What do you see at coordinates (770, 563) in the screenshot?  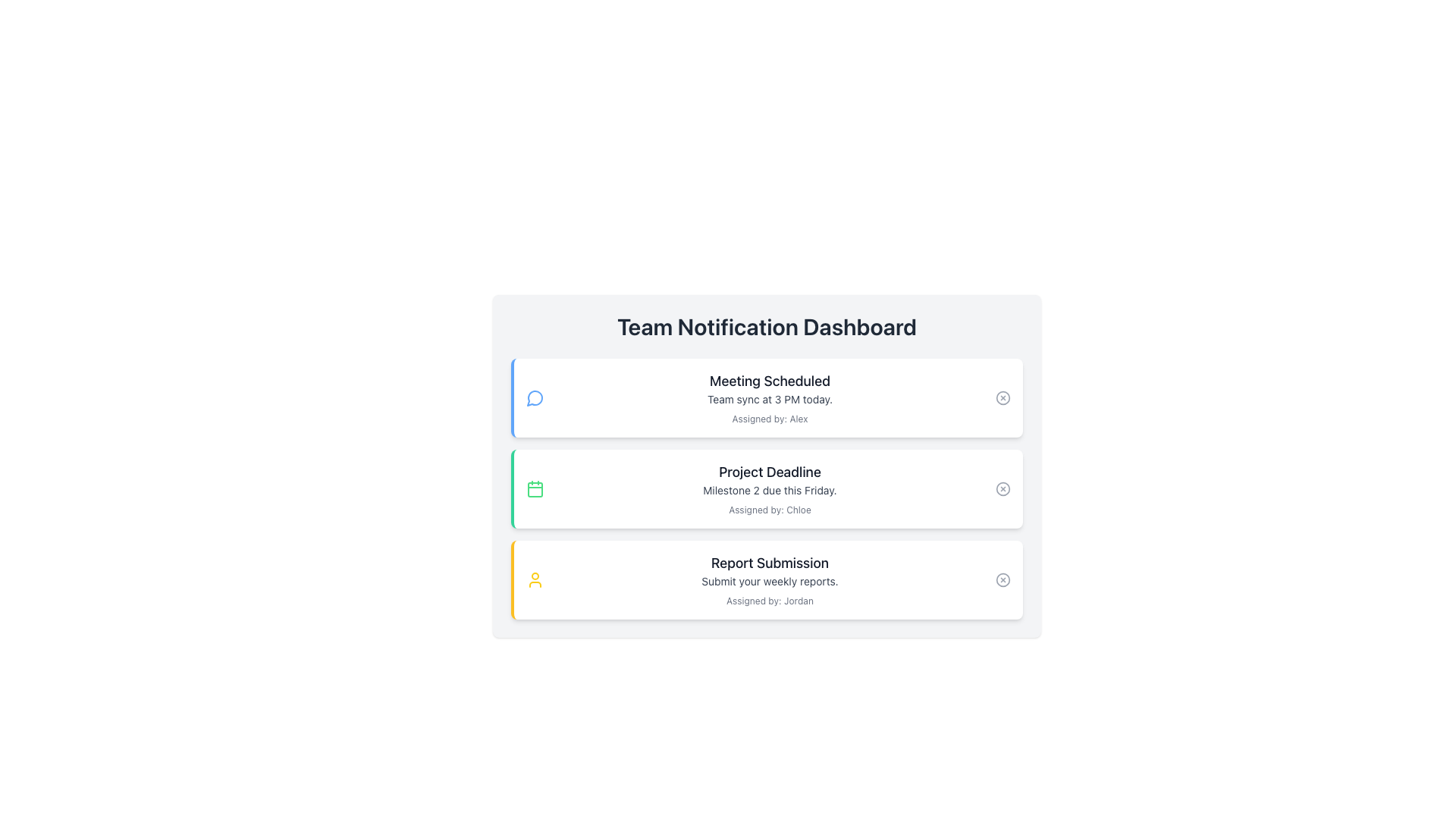 I see `the title text in the third notification card that summarizes the key purpose of the card's content, located above 'Submit your weekly reports.' and 'Assigned by: Jordan.'` at bounding box center [770, 563].